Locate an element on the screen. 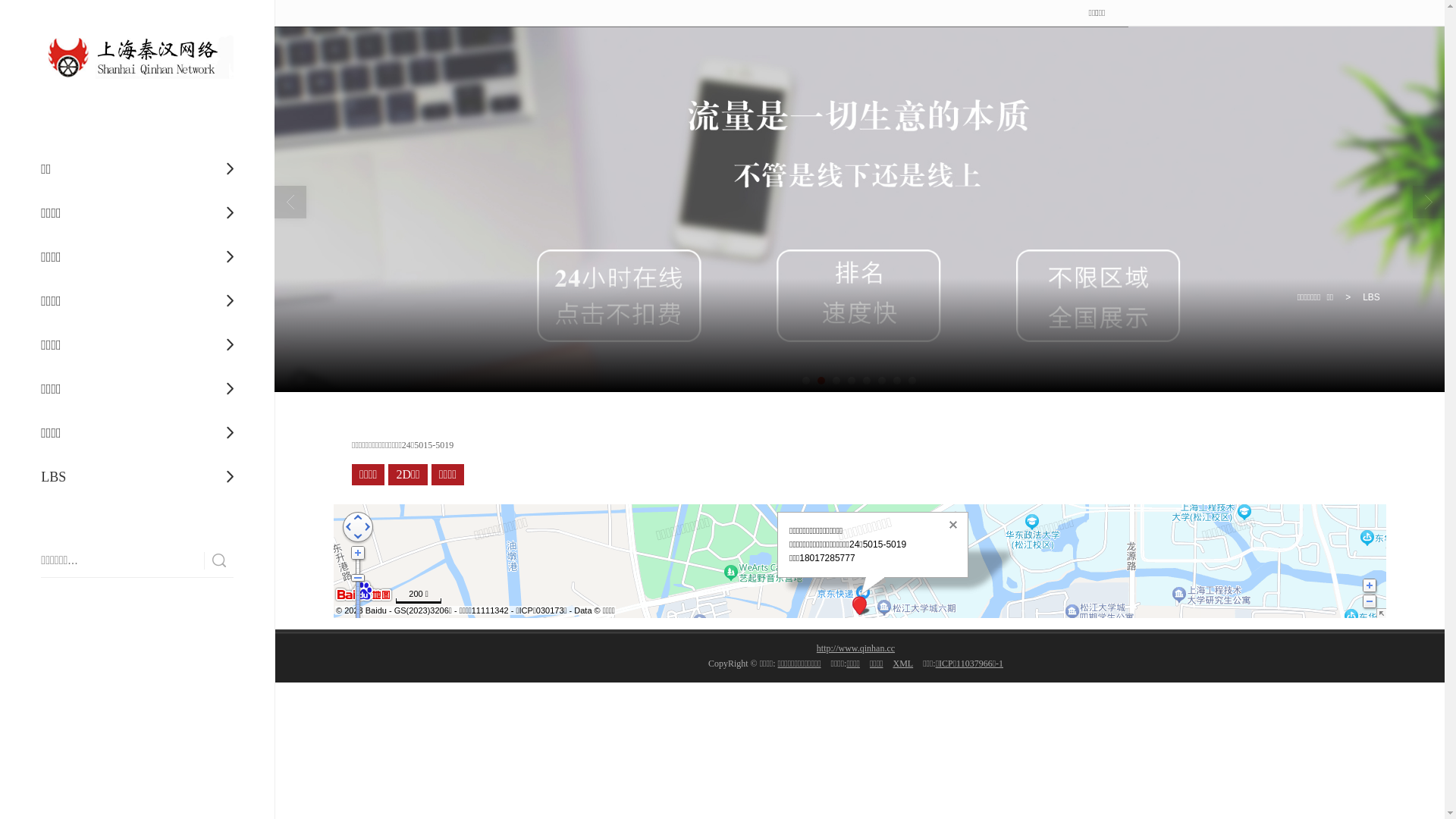 Image resolution: width=1456 pixels, height=819 pixels. 'http://www.qinhan.cc' is located at coordinates (855, 648).